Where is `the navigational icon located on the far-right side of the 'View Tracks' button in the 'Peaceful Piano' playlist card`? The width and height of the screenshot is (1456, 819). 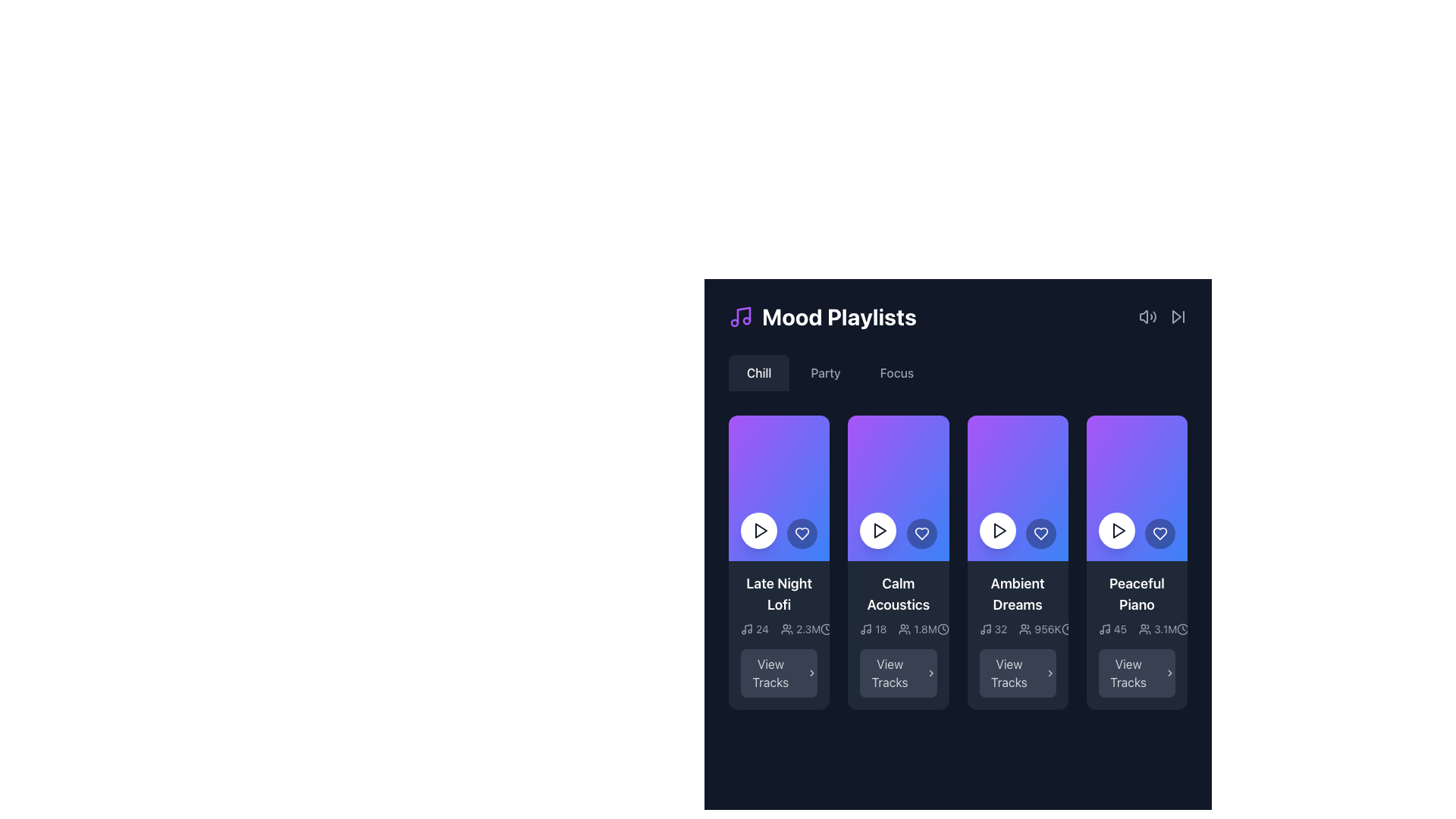
the navigational icon located on the far-right side of the 'View Tracks' button in the 'Peaceful Piano' playlist card is located at coordinates (811, 672).